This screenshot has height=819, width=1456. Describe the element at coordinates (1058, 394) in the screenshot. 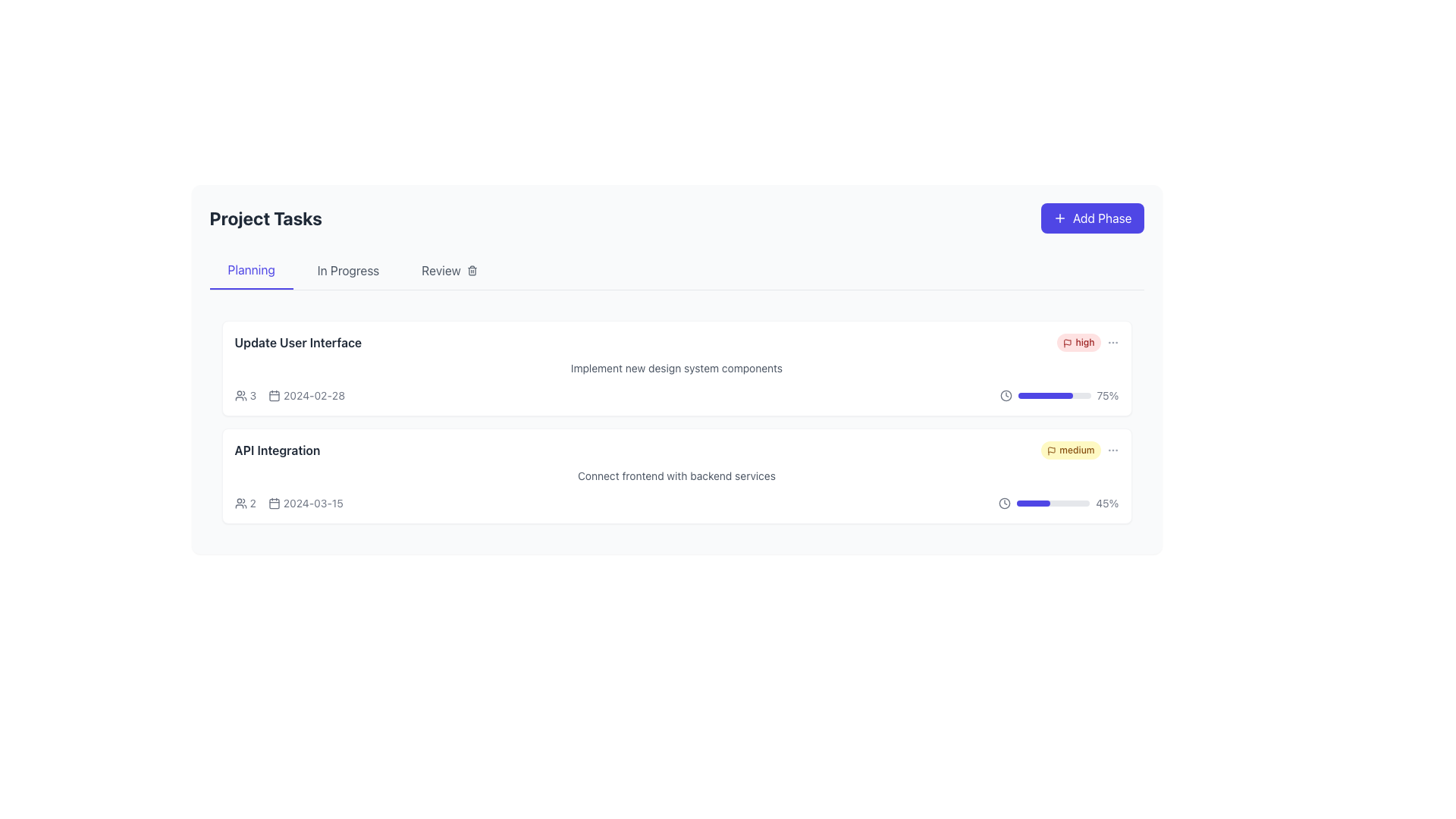

I see `the progress bar with a percentage label located in the 'Update User Interface' task entry in the 'Planning' section` at that location.